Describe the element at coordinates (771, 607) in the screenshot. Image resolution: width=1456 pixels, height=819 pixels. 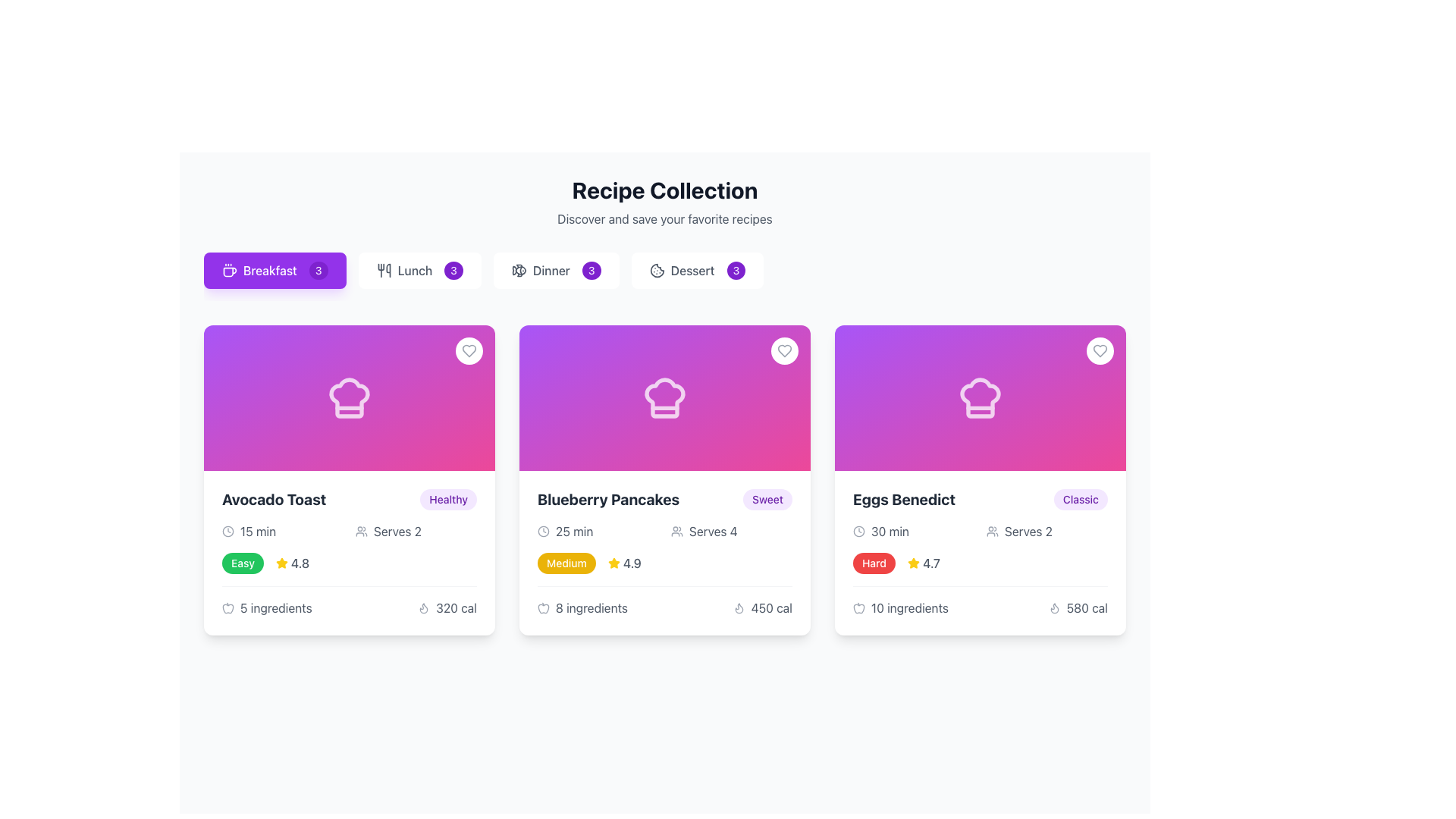
I see `the text label displaying the caloric content for the 'Blueberry Pancakes' recipe to trigger potential tooltips or underlying actions` at that location.